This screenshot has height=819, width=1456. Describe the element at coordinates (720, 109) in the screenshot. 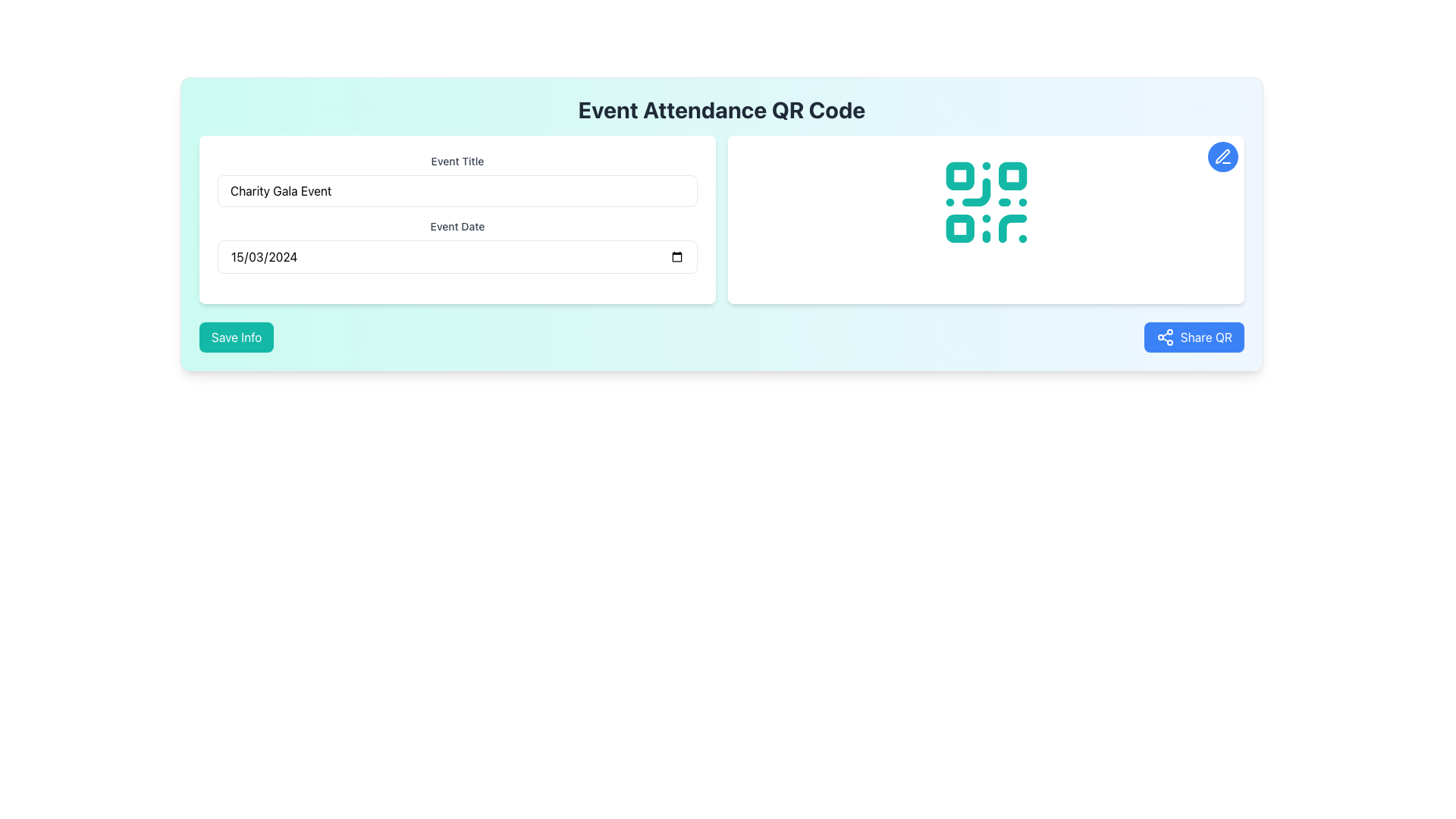

I see `the 'Event Attendance QR Code' static text element to read the text` at that location.